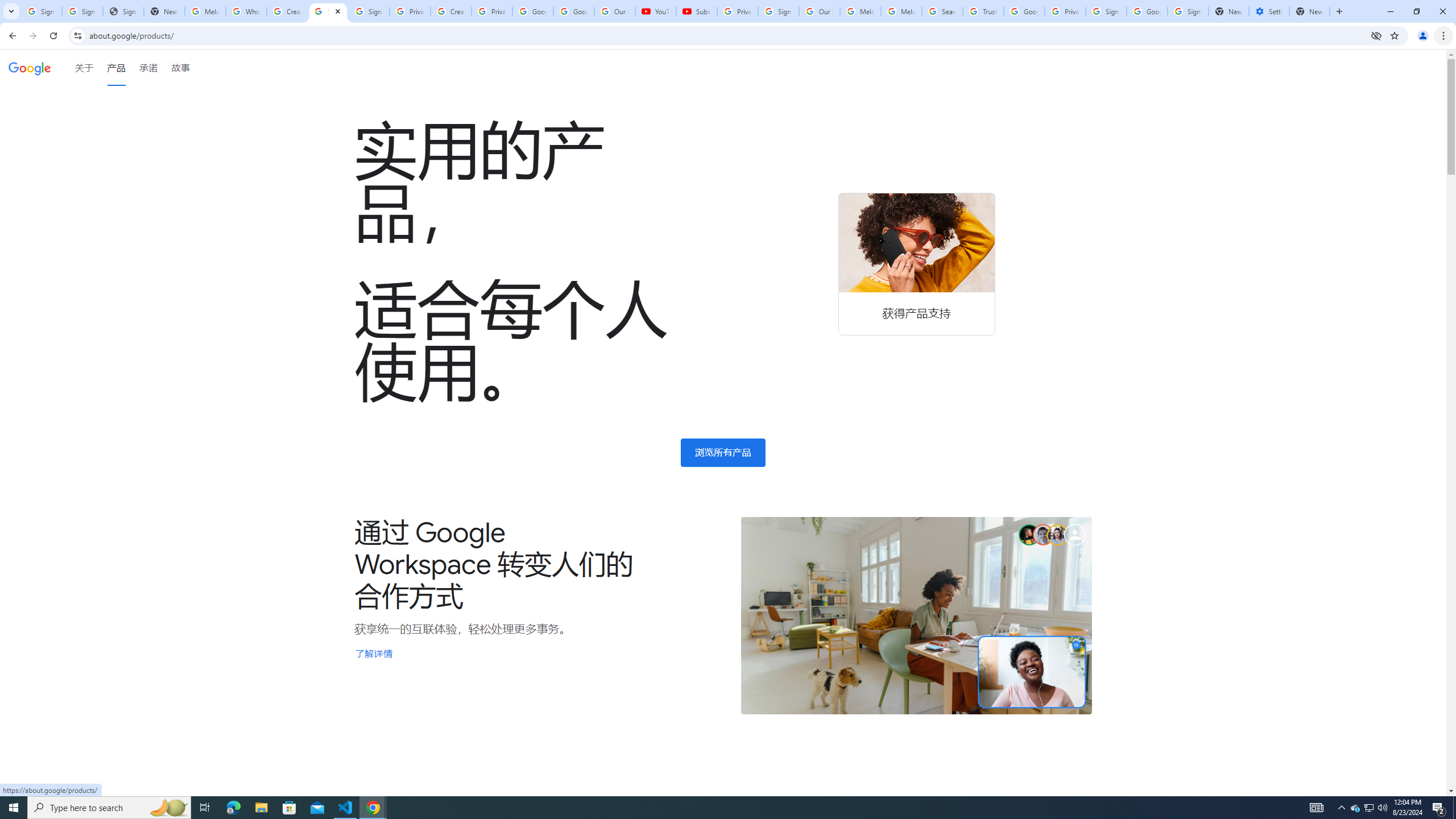  I want to click on 'Subscriptions - YouTube', so click(696, 11).